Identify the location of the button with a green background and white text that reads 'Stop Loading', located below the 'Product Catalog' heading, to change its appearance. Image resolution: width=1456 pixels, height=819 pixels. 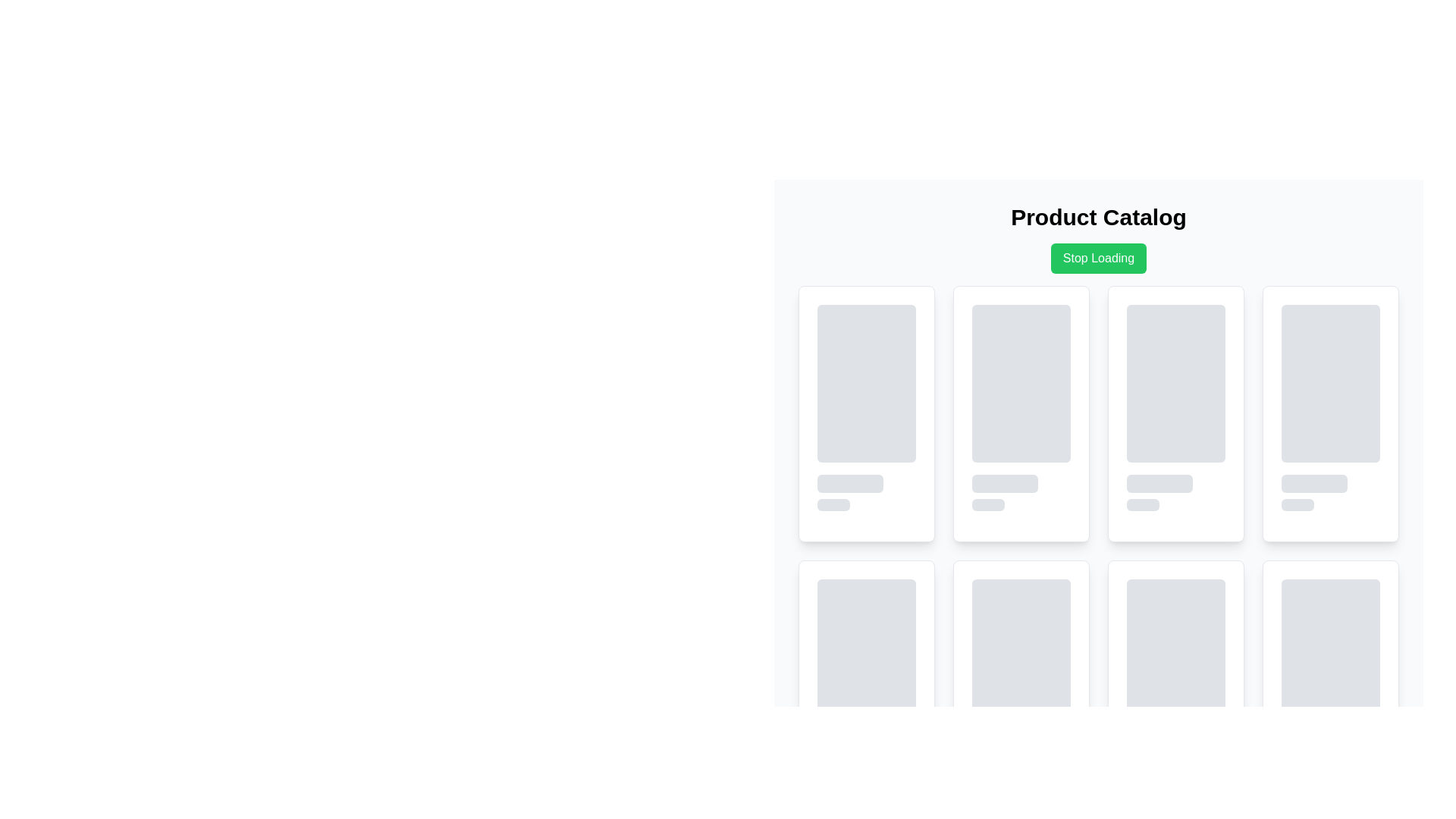
(1099, 257).